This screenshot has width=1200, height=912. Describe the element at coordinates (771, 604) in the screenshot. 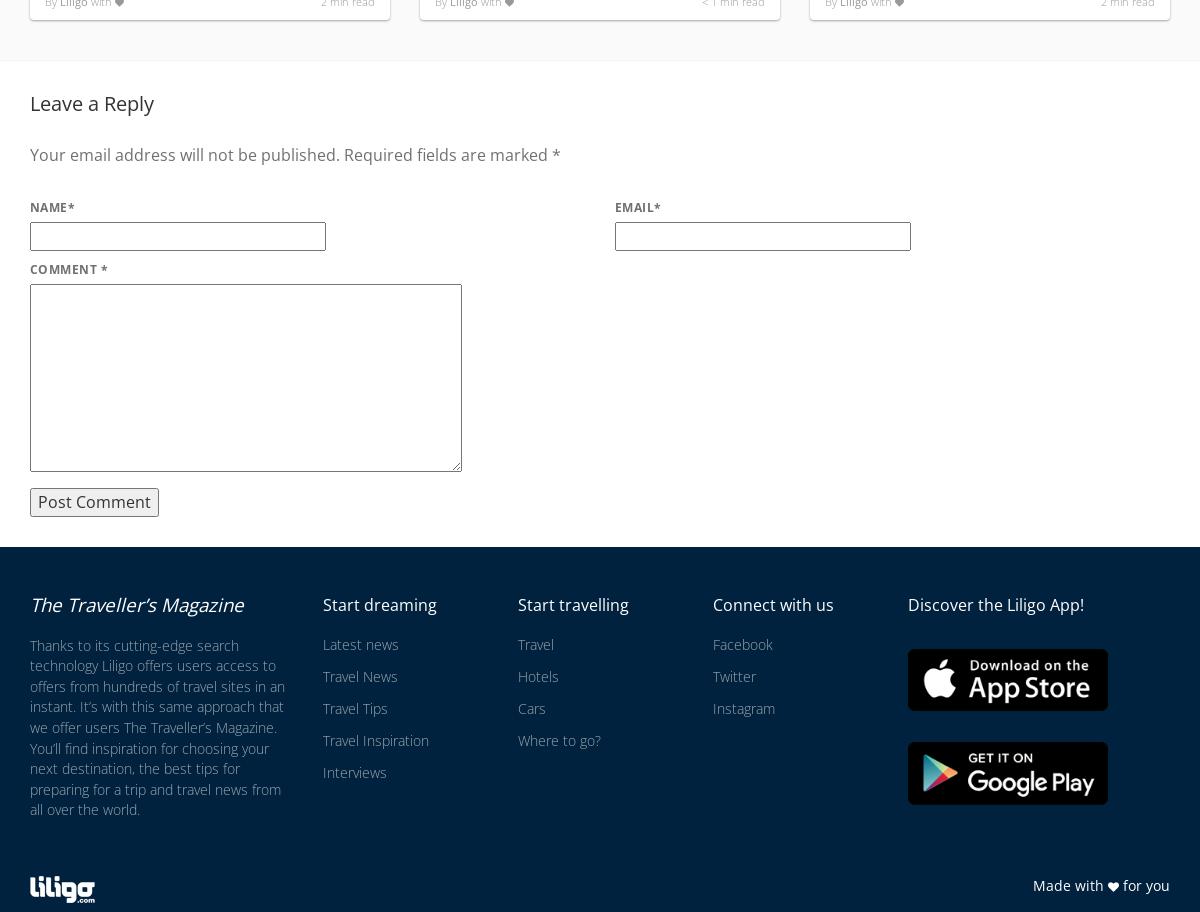

I see `'Connect with us'` at that location.